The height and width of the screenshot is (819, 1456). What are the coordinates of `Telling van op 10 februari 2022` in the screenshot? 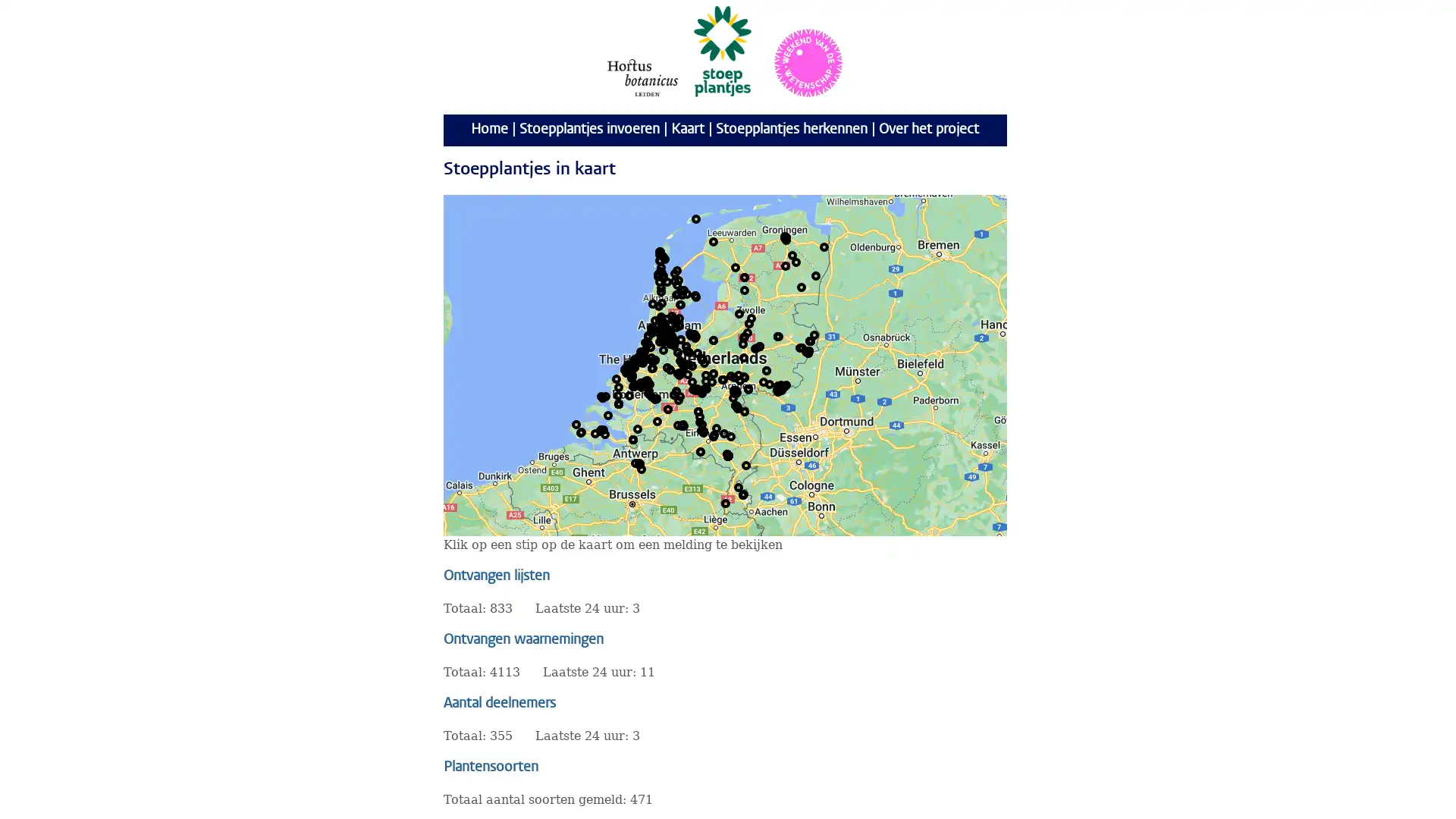 It's located at (665, 335).